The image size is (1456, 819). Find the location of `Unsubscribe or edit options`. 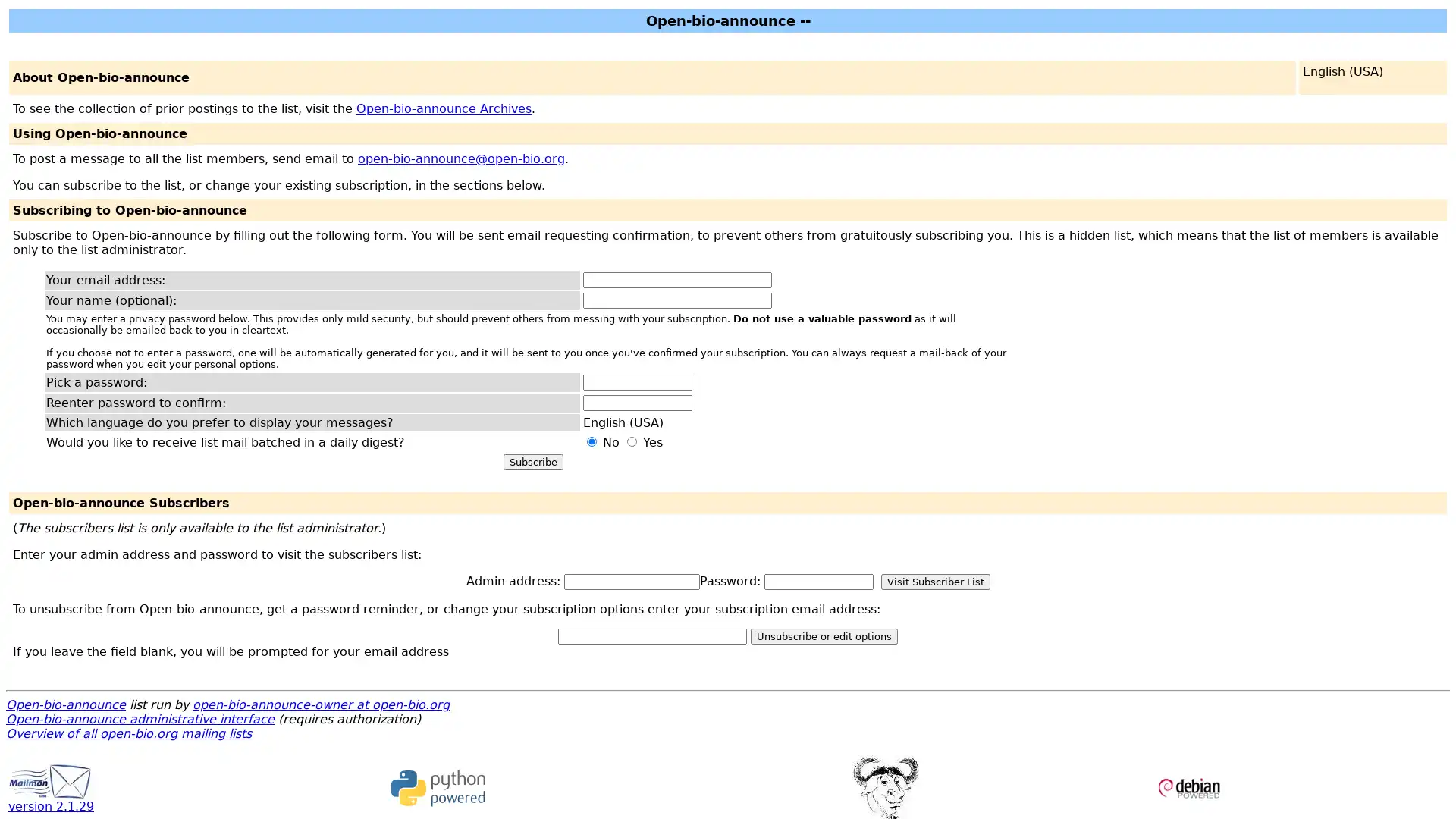

Unsubscribe or edit options is located at coordinates (823, 636).